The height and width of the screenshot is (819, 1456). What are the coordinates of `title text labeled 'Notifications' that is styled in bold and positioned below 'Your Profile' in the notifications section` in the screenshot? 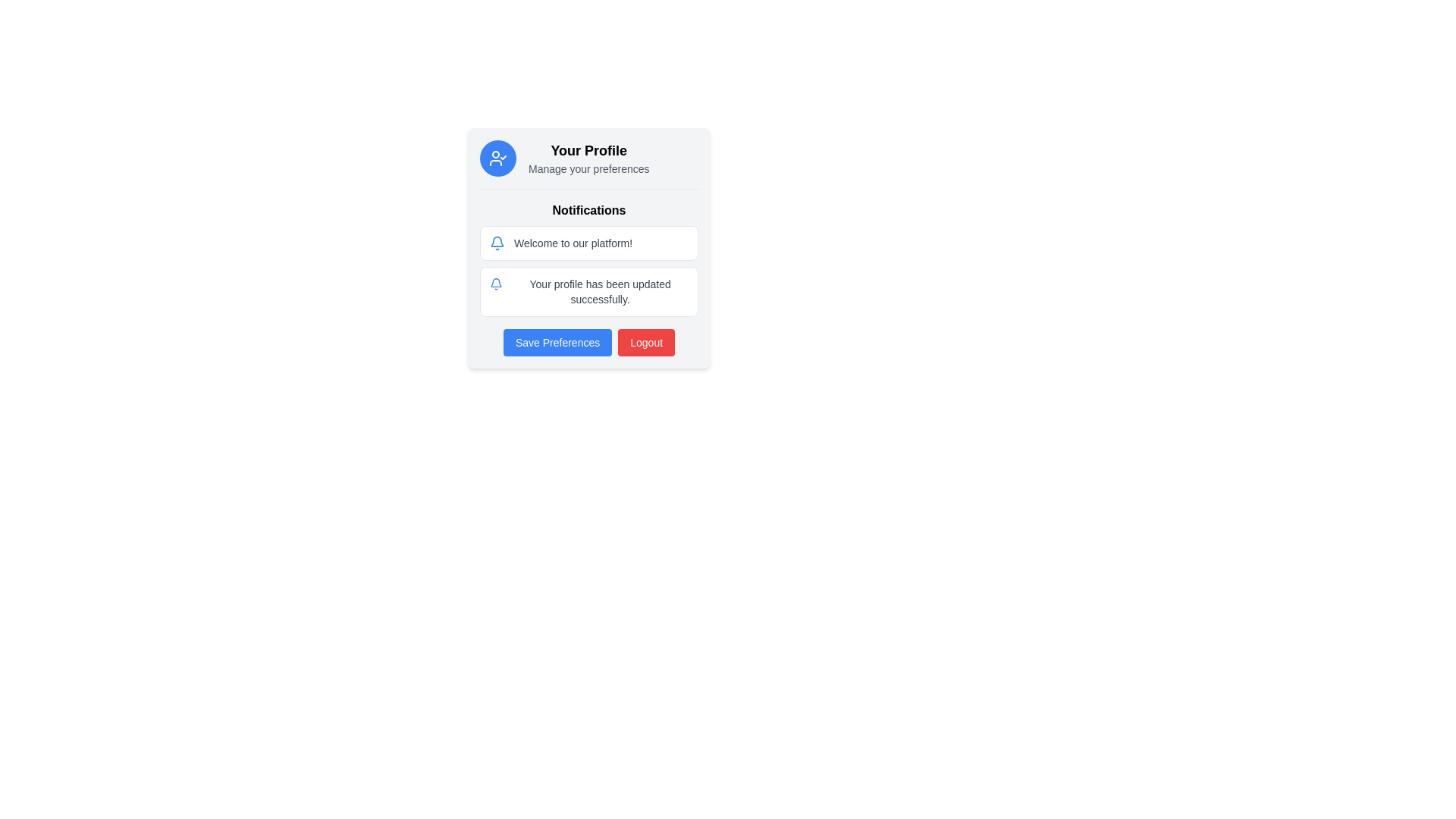 It's located at (588, 210).